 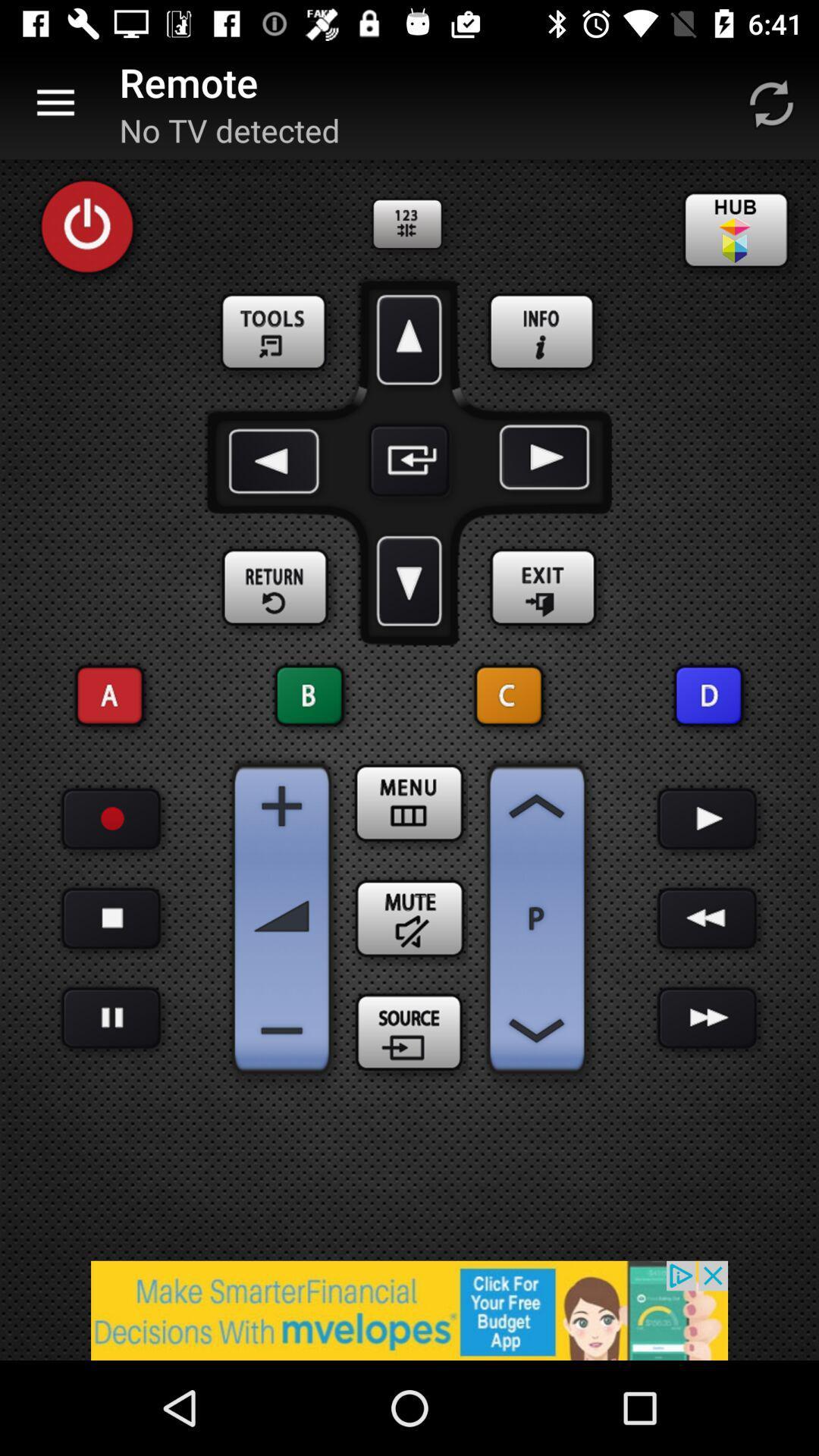 What do you see at coordinates (277, 460) in the screenshot?
I see `the arrow_backward icon` at bounding box center [277, 460].